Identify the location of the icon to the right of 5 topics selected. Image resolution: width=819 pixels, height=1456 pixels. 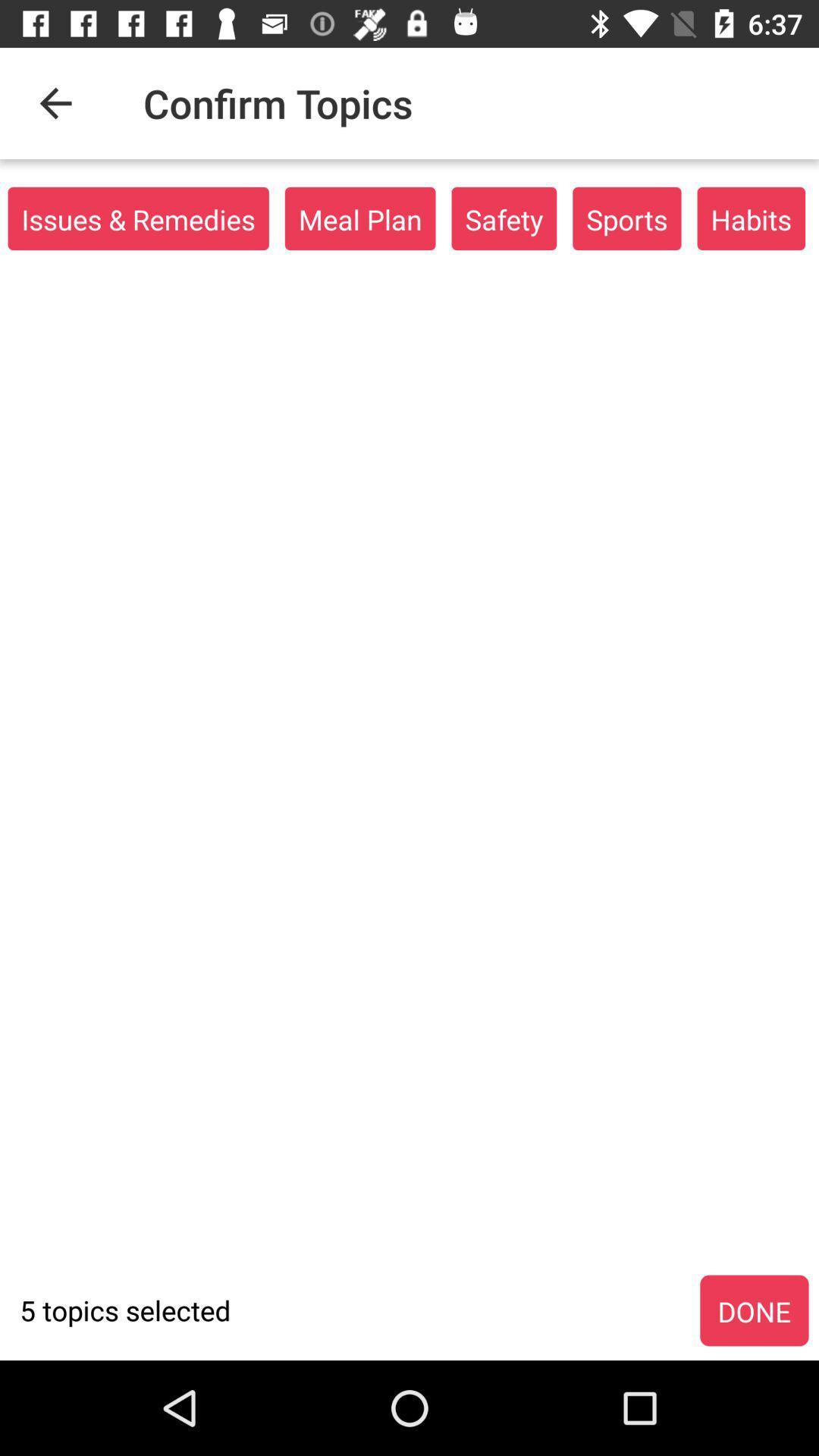
(754, 1310).